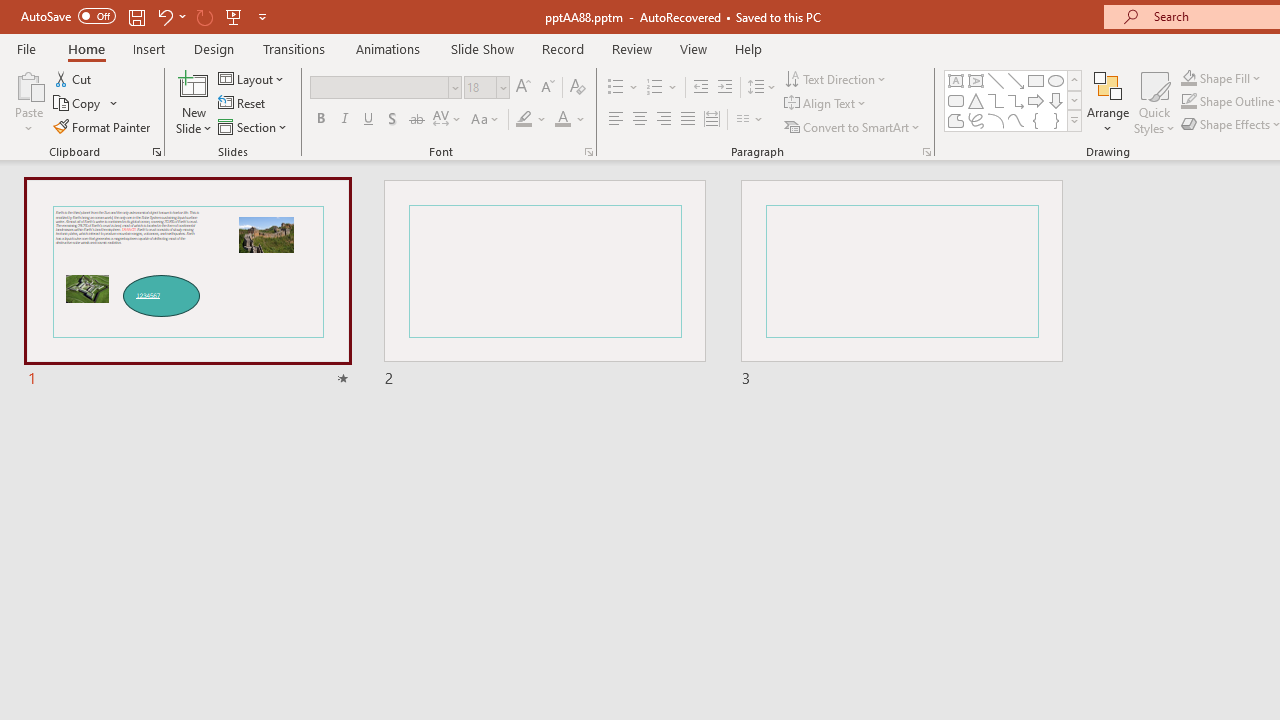 This screenshot has width=1280, height=720. Describe the element at coordinates (1073, 79) in the screenshot. I see `'Row up'` at that location.